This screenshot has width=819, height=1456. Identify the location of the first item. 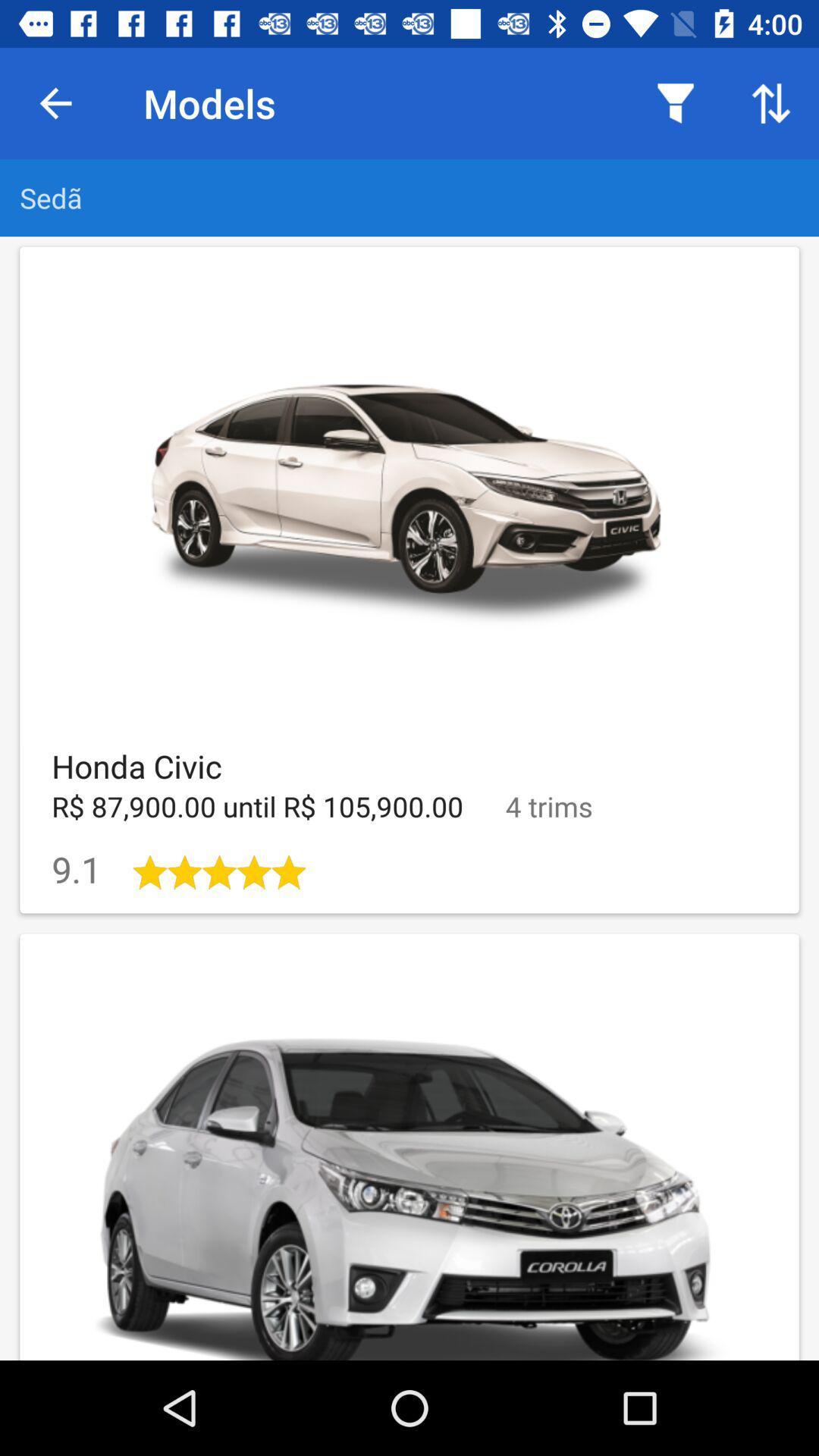
(409, 579).